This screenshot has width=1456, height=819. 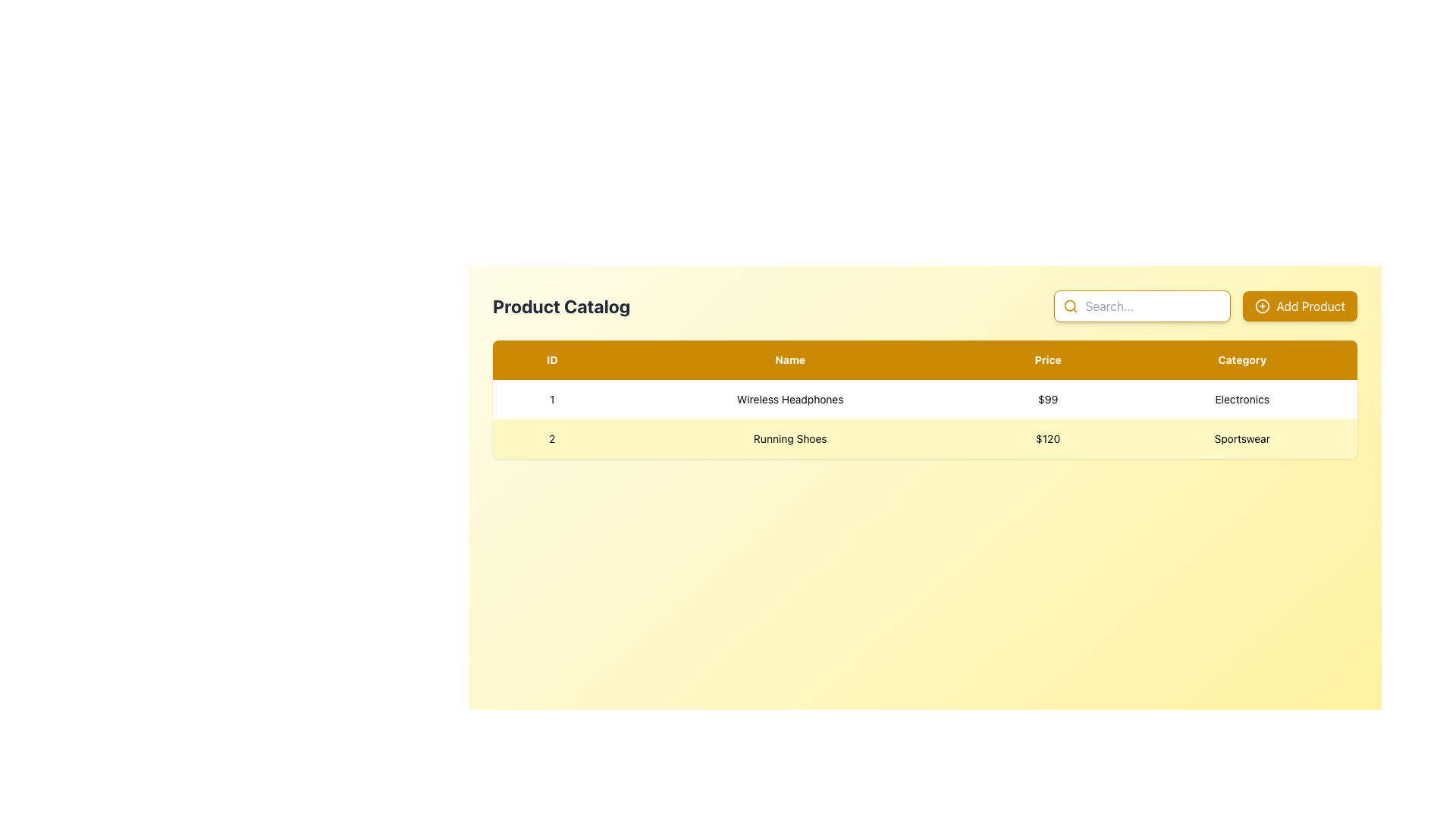 What do you see at coordinates (1263, 306) in the screenshot?
I see `the 'Add Product' button icon located in the top-right corner of the interface, which signifies the action of adding a new product` at bounding box center [1263, 306].